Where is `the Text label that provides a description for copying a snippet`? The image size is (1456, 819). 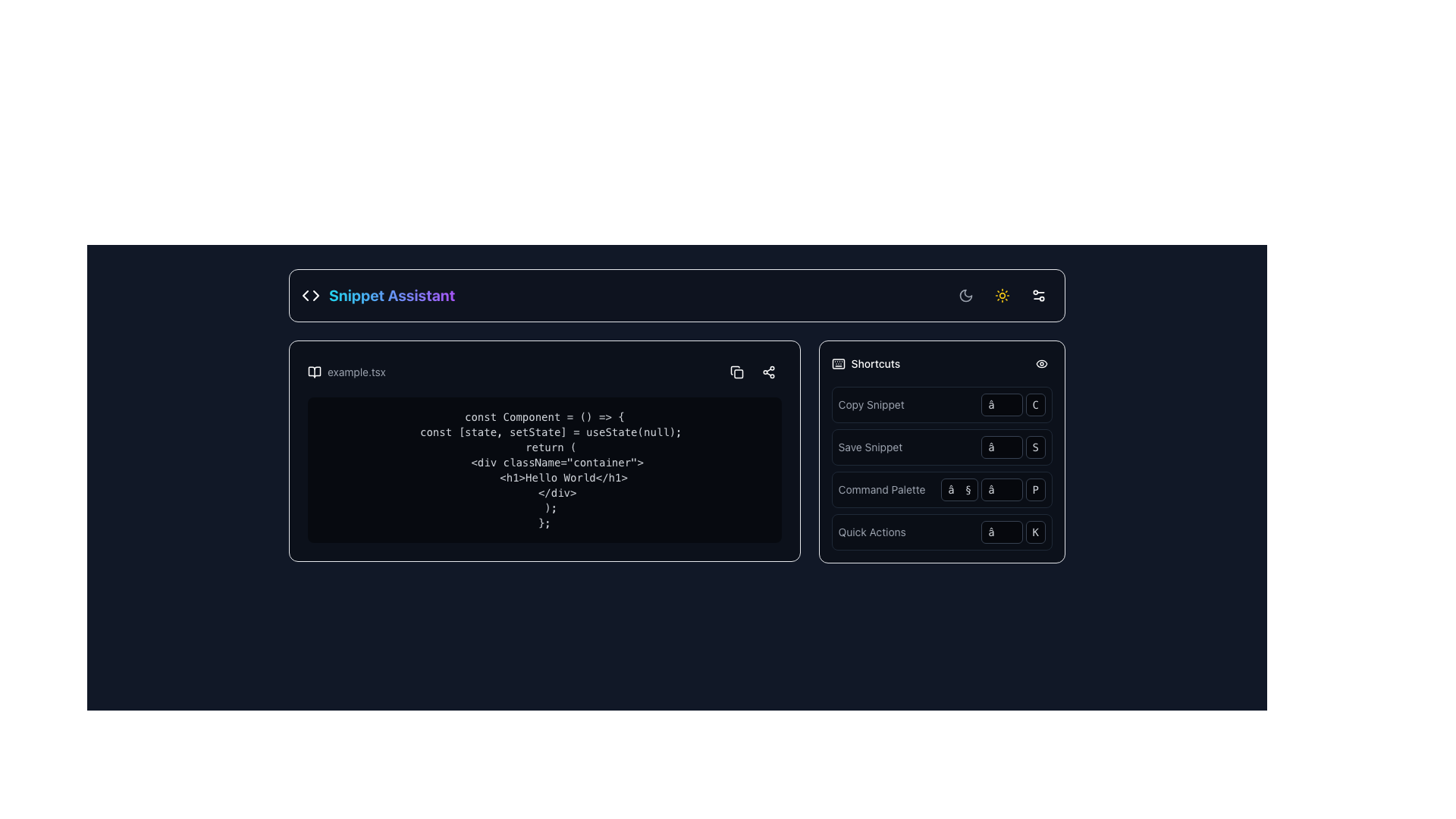
the Text label that provides a description for copying a snippet is located at coordinates (871, 403).